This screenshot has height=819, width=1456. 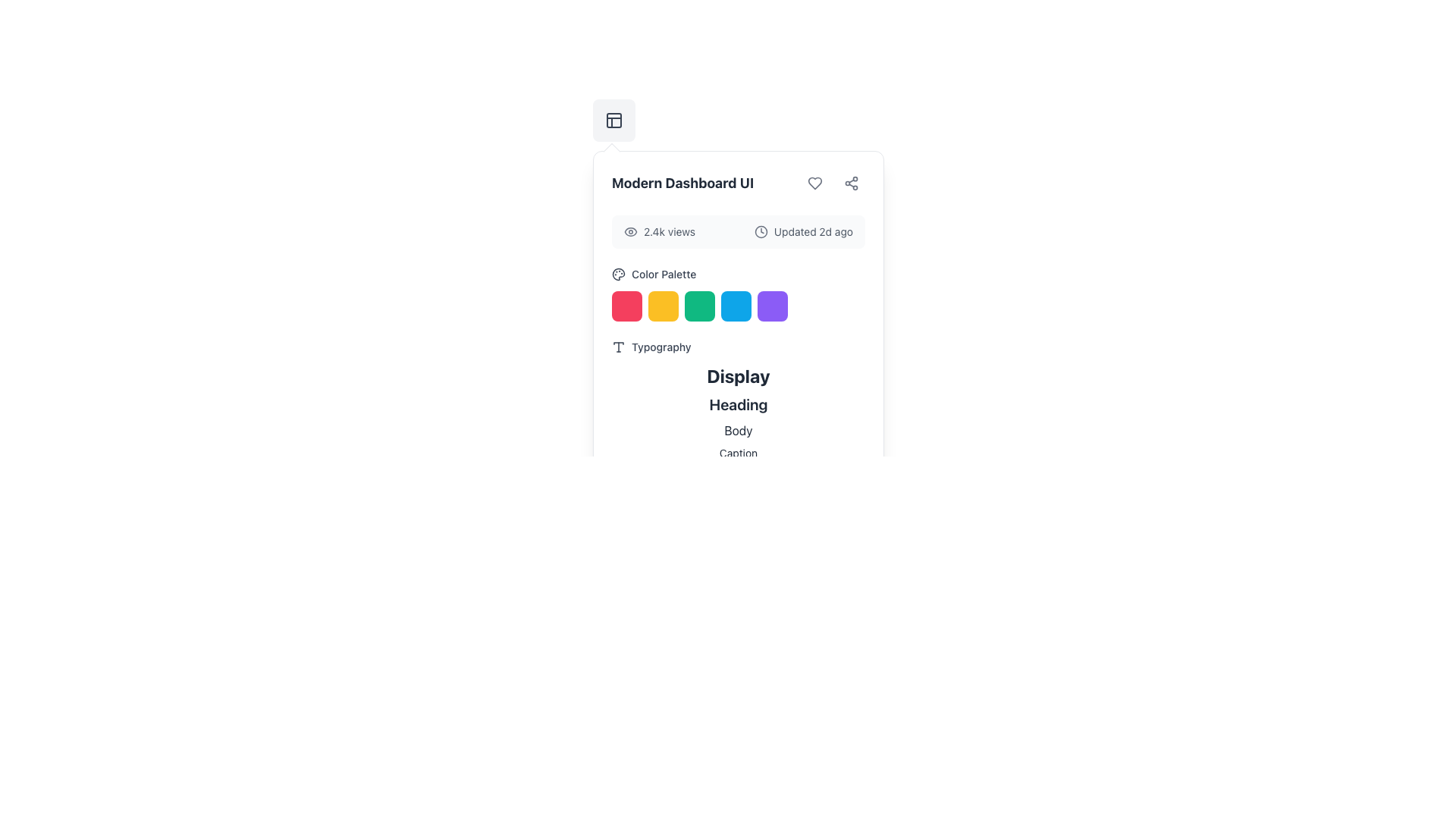 What do you see at coordinates (739, 375) in the screenshot?
I see `the 'Display' label, which is a large, bold text component located centrally near the top of the layout, above the 'Heading' text` at bounding box center [739, 375].